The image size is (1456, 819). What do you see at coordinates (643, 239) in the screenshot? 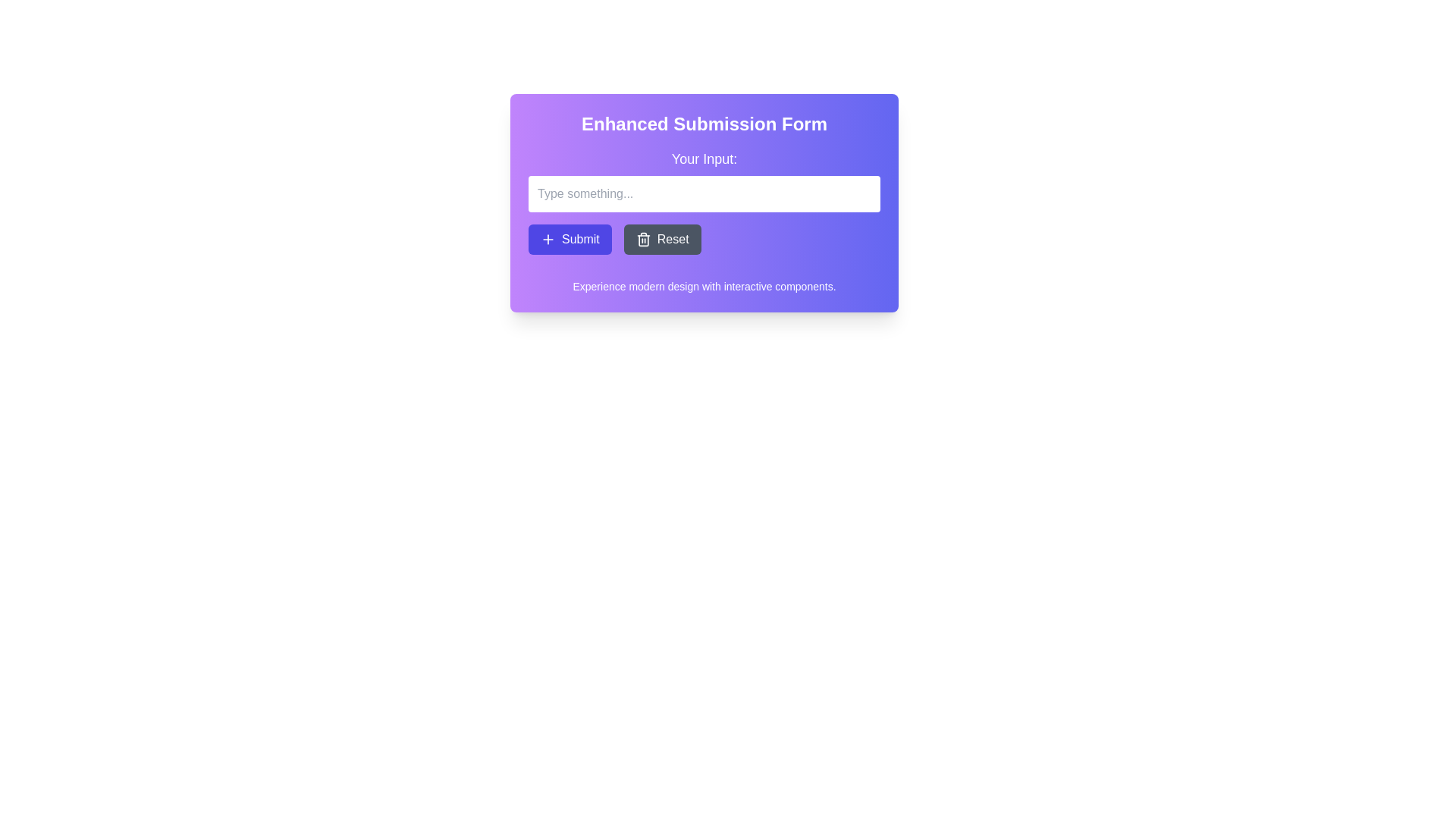
I see `the trash bin icon, which is outlined with rounded edges and located to the left of the 'Reset' text, to reset the form` at bounding box center [643, 239].